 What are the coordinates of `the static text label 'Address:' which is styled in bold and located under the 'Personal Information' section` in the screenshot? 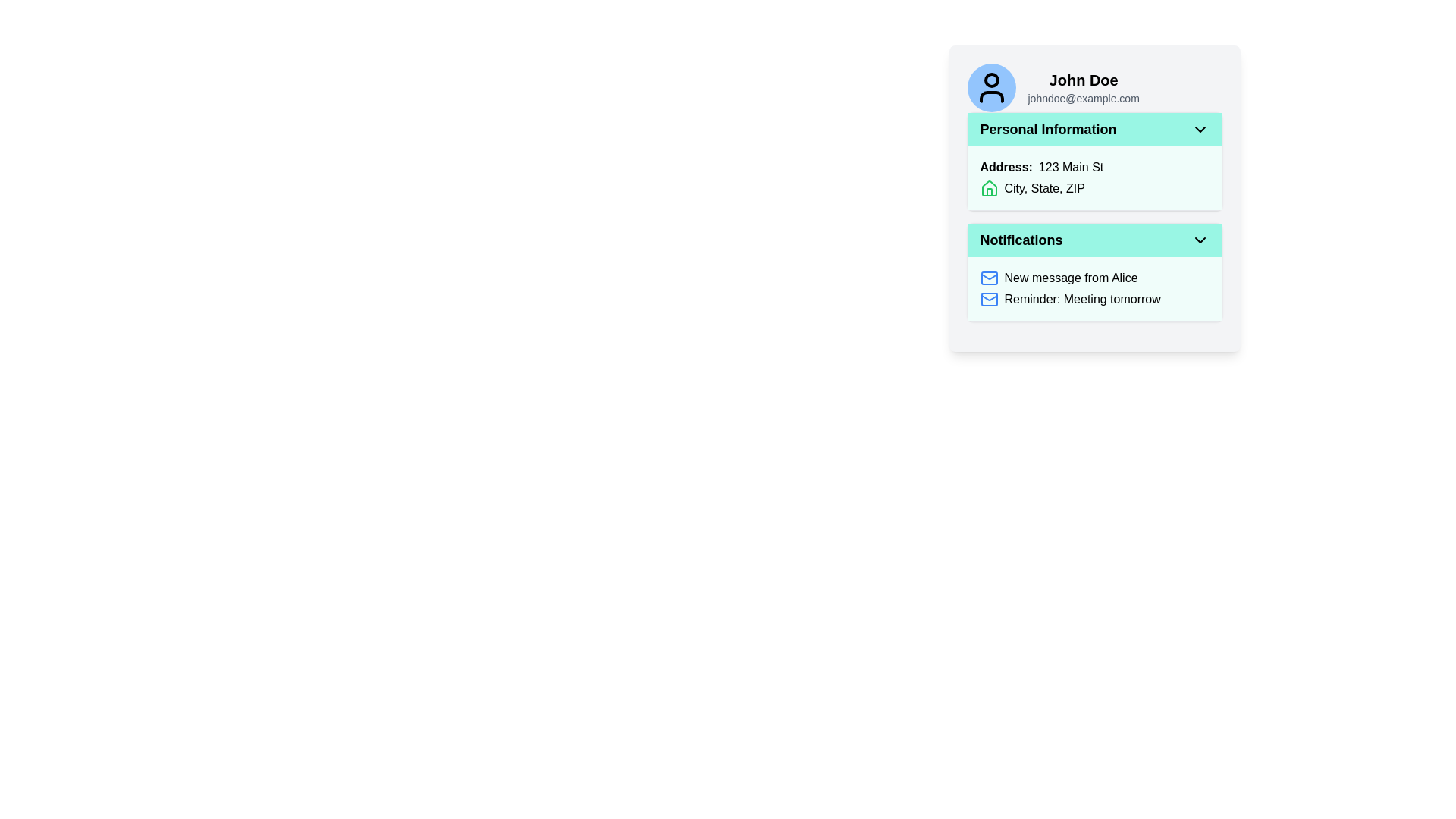 It's located at (1006, 167).